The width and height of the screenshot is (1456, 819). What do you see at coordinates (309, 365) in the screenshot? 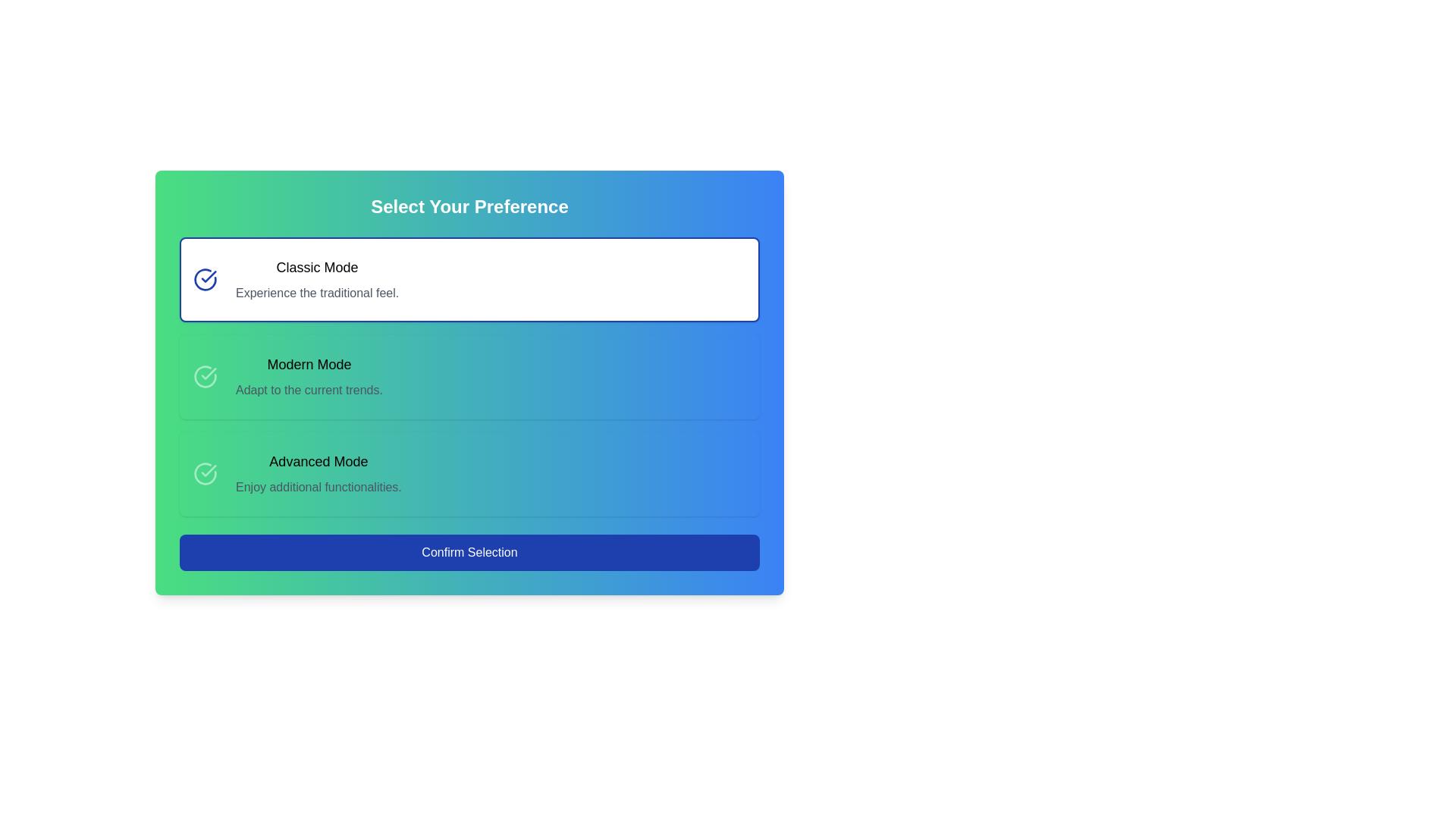
I see `text label reading 'Modern Mode' which is displayed in bold black font on a gradient green-blue background` at bounding box center [309, 365].